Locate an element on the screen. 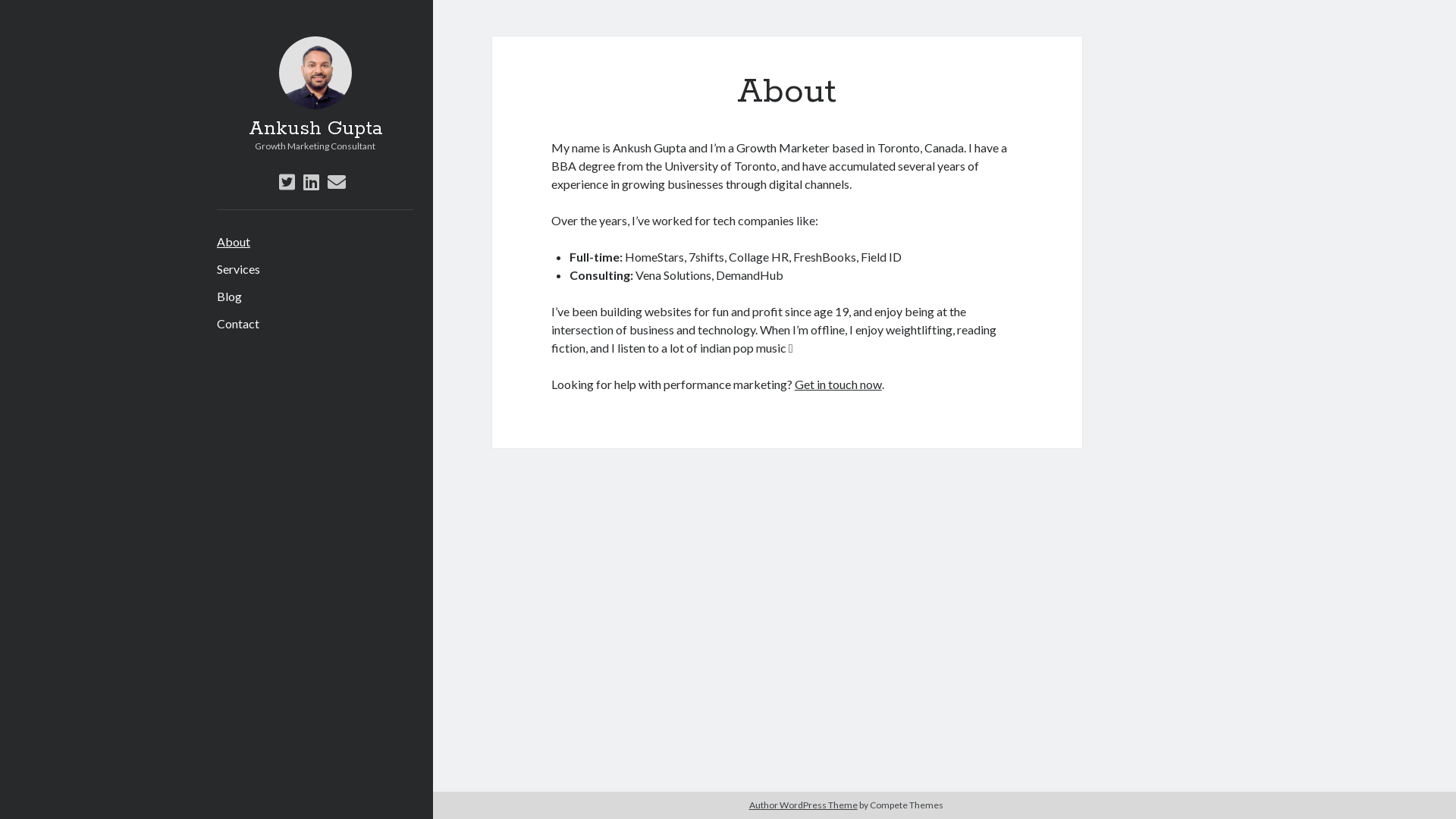 This screenshot has width=1456, height=819. 'twitter' is located at coordinates (287, 180).